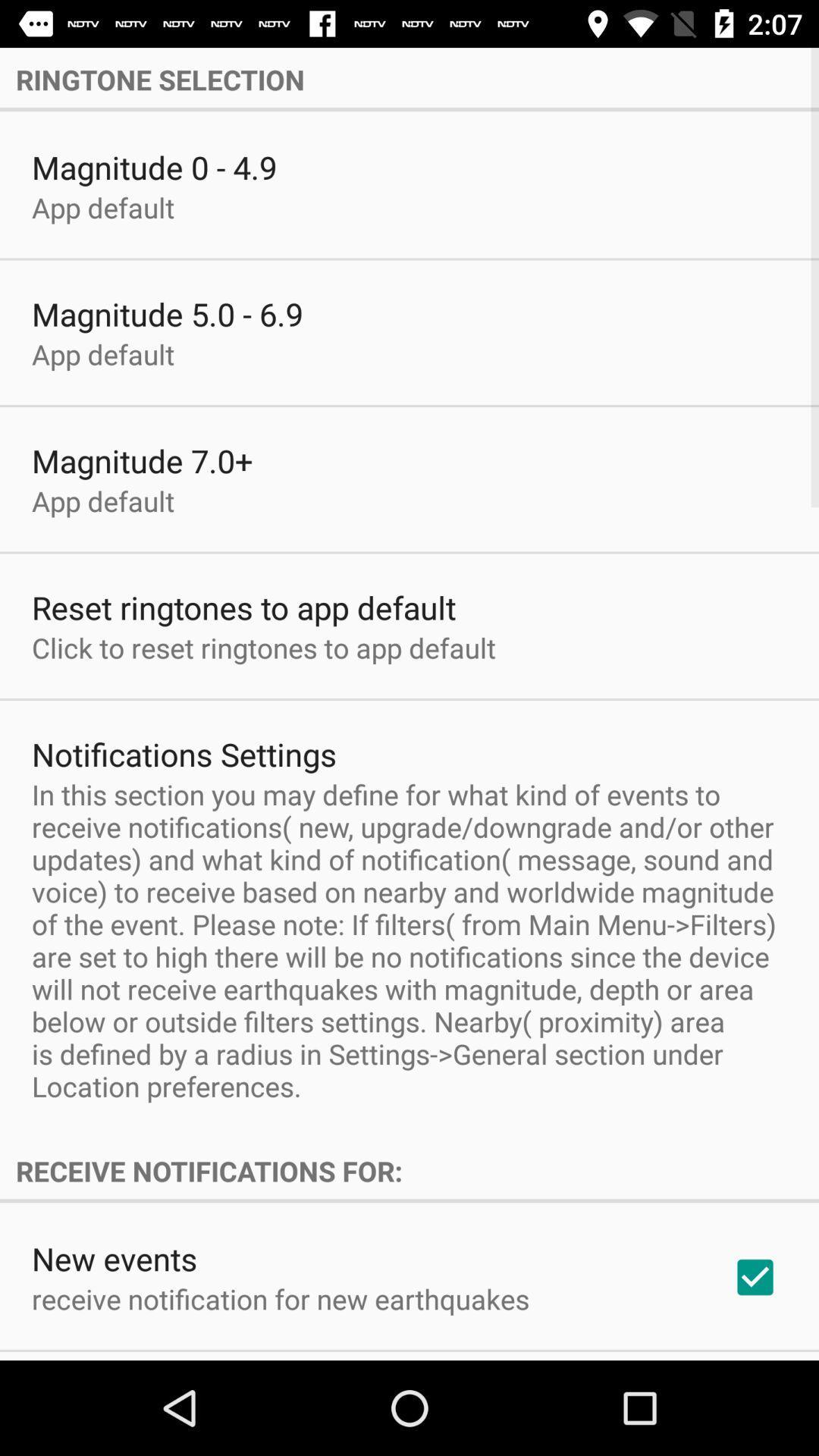 Image resolution: width=819 pixels, height=1456 pixels. What do you see at coordinates (755, 1276) in the screenshot?
I see `app below receive notifications for: icon` at bounding box center [755, 1276].